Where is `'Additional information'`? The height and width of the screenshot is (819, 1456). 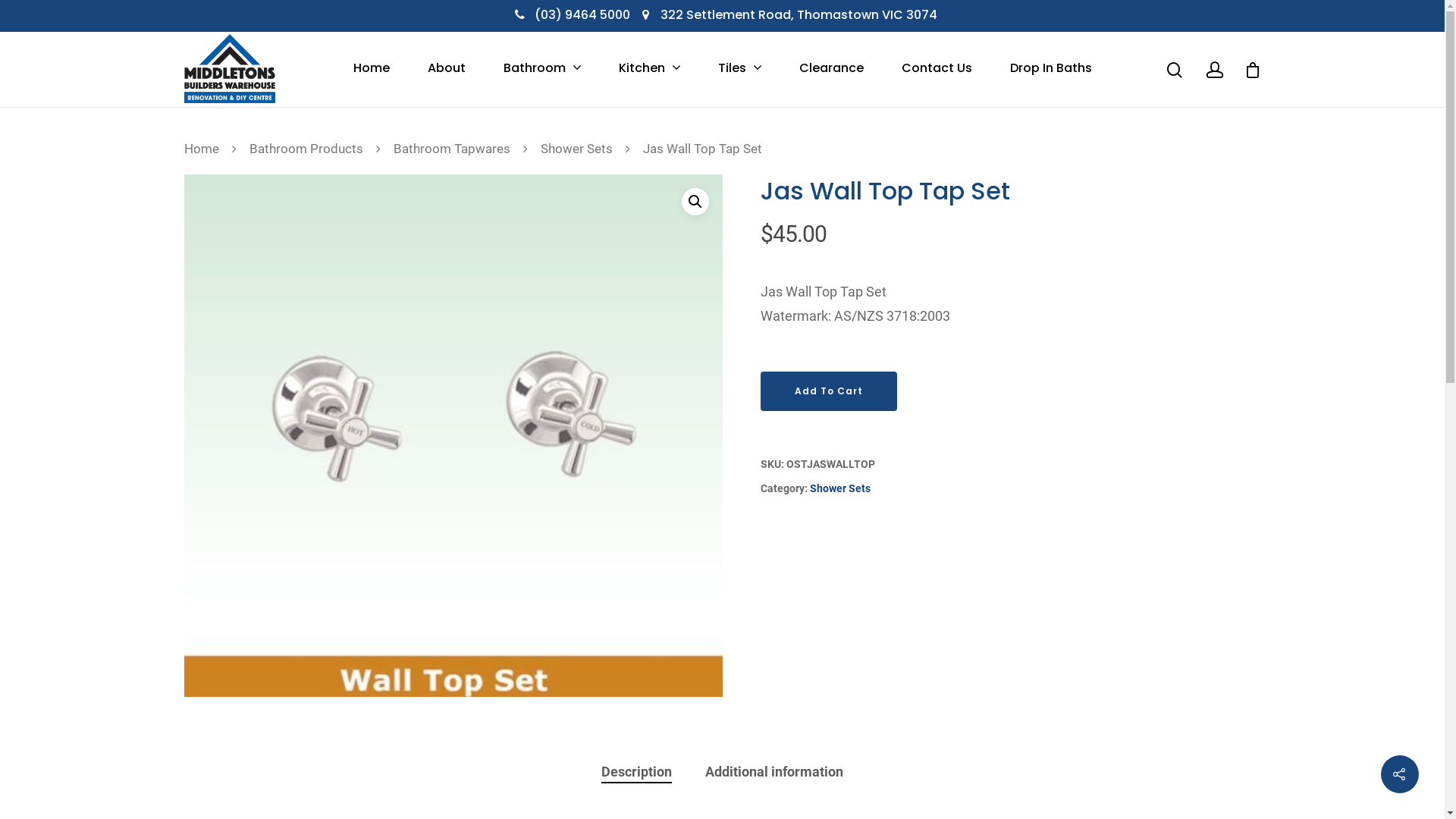
'Additional information' is located at coordinates (774, 772).